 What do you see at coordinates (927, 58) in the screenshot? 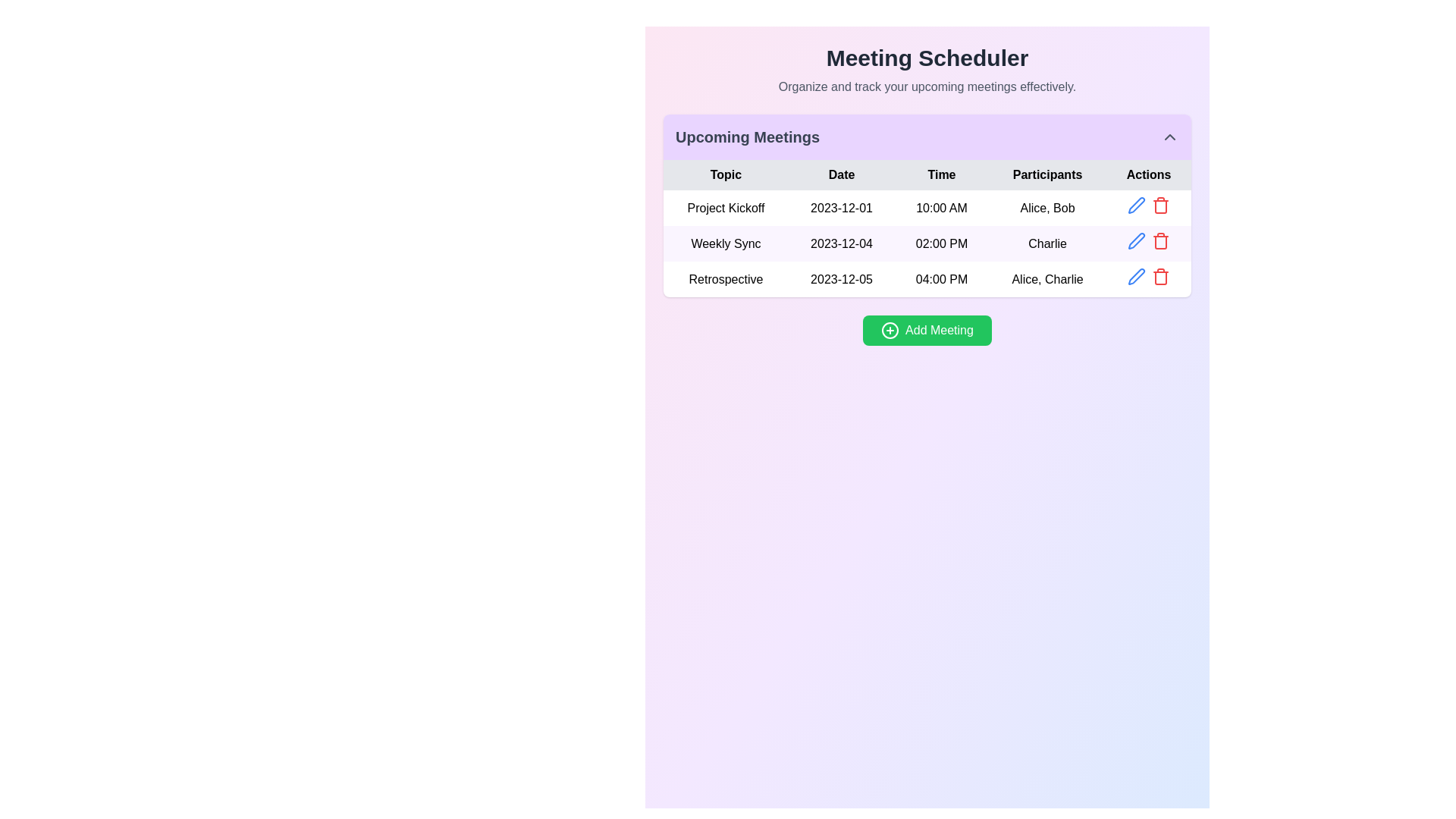
I see `the bold, large-sized text component that reads 'Meeting Scheduler' located at the top-center of the interface` at bounding box center [927, 58].